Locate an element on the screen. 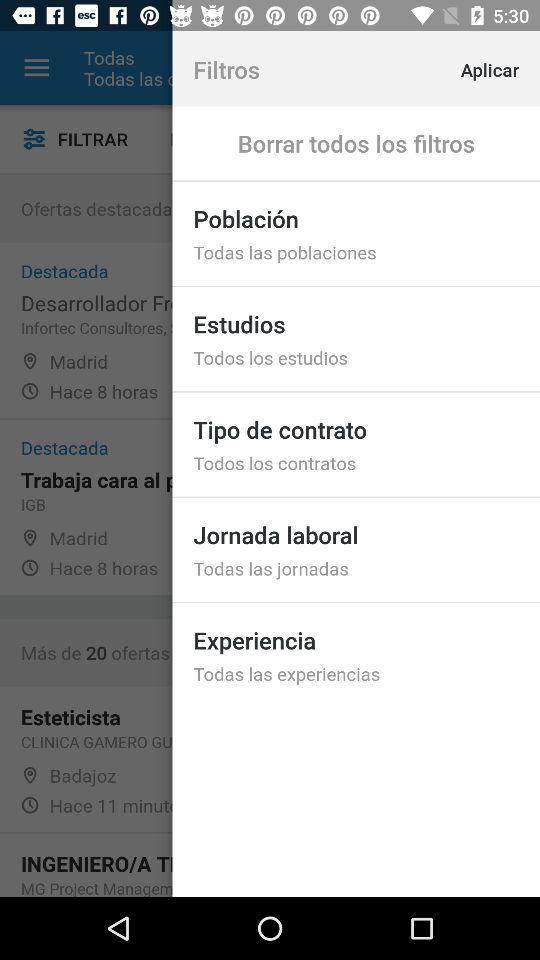  item next to the todas item is located at coordinates (36, 68).